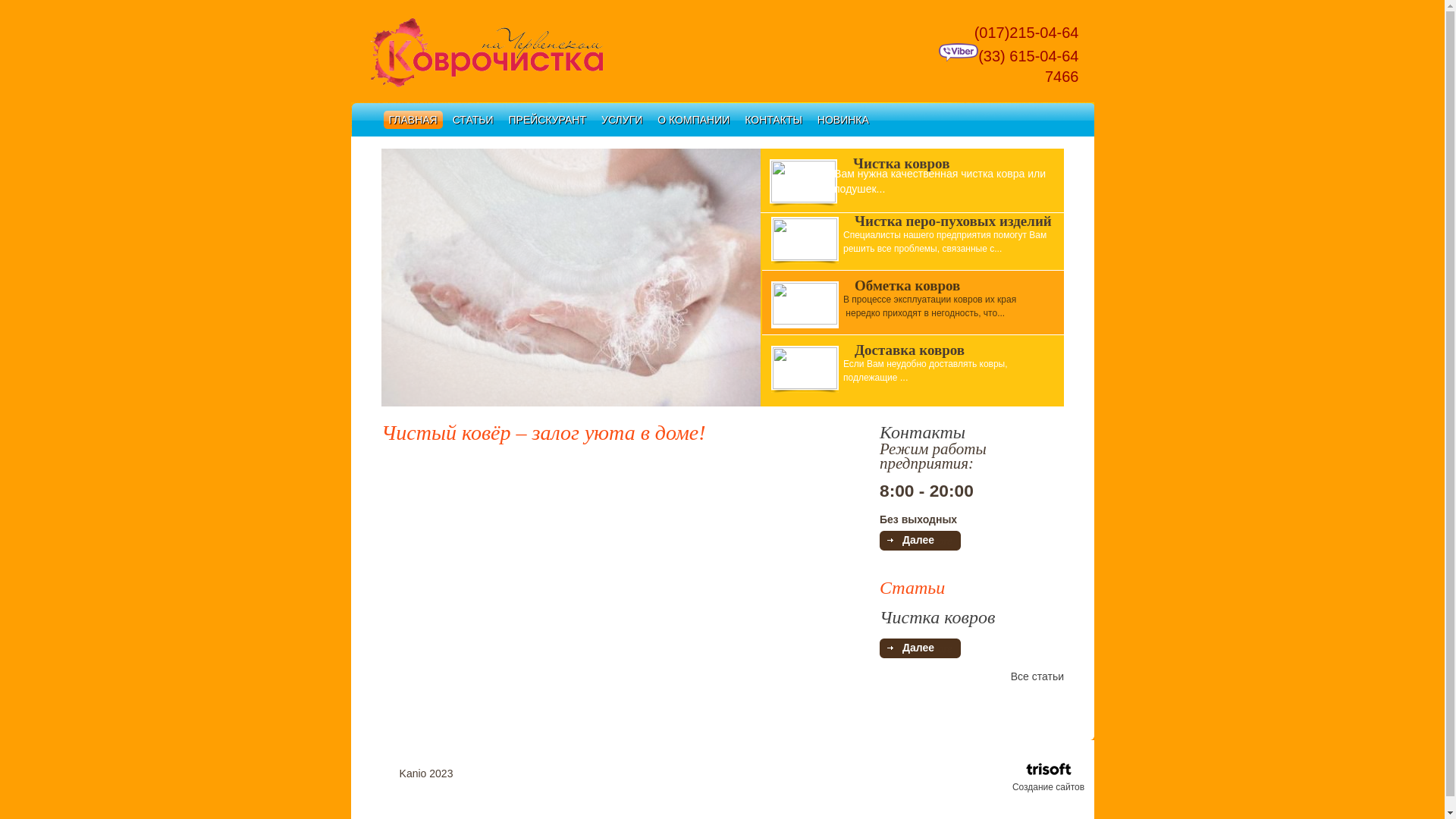 Image resolution: width=1456 pixels, height=819 pixels. Describe the element at coordinates (393, 278) in the screenshot. I see `'Previous'` at that location.